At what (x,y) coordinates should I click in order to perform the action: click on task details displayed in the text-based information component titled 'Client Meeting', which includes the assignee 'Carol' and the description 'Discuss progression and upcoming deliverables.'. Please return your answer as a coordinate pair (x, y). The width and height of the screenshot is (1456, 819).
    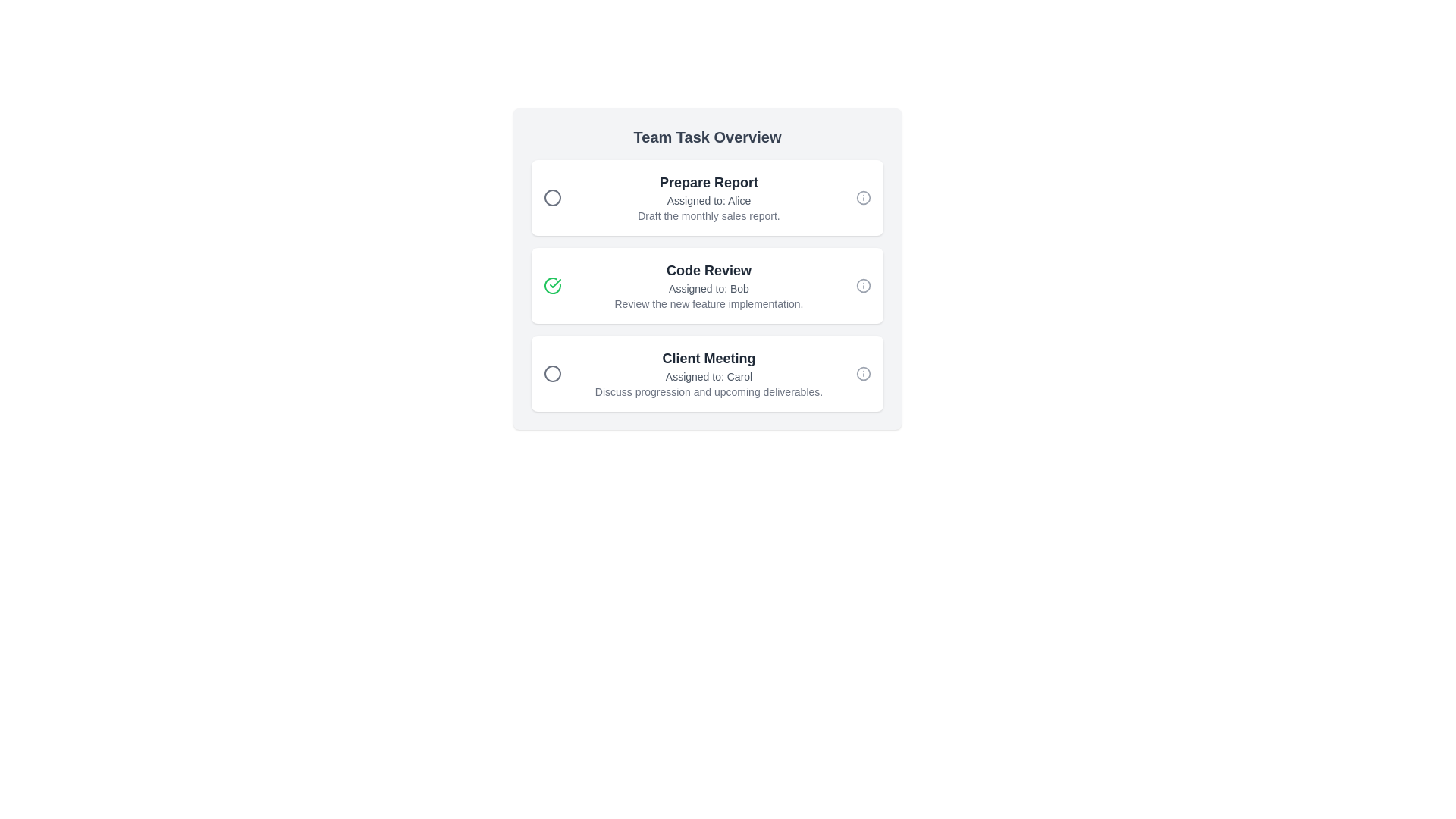
    Looking at the image, I should click on (708, 374).